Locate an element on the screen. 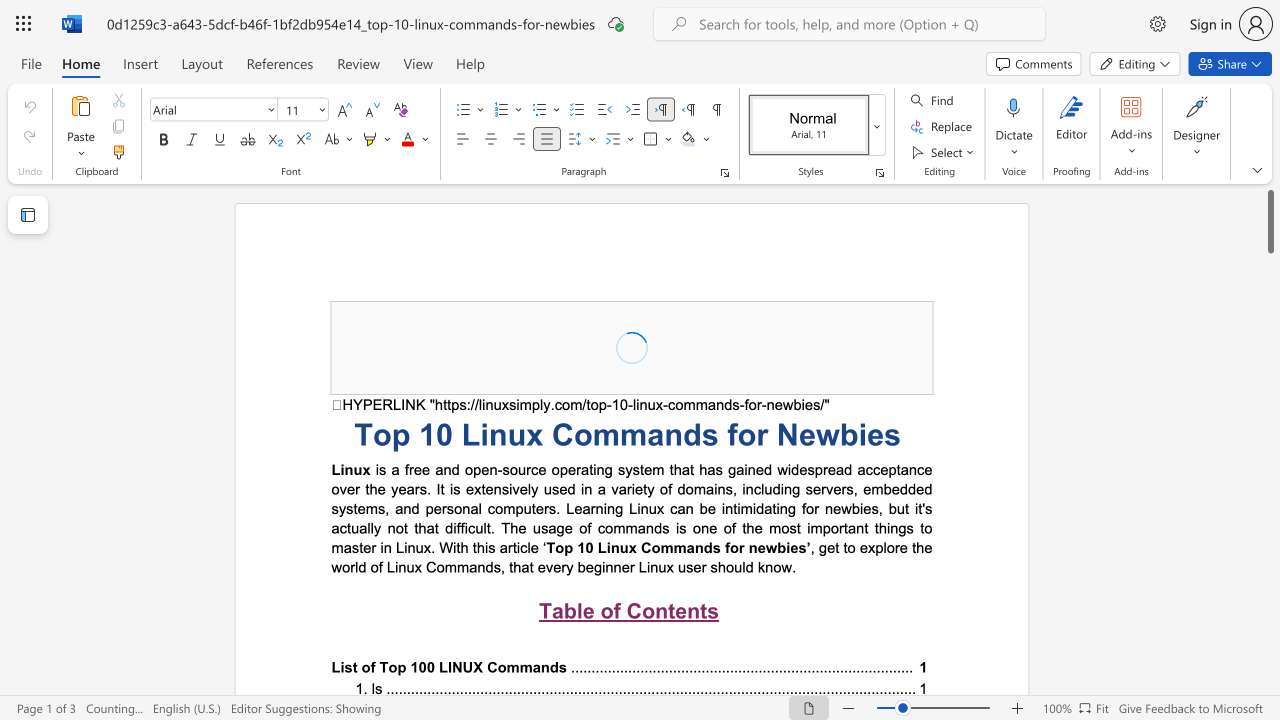 The height and width of the screenshot is (720, 1280). the scrollbar on the right to move the page downward is located at coordinates (1269, 640).